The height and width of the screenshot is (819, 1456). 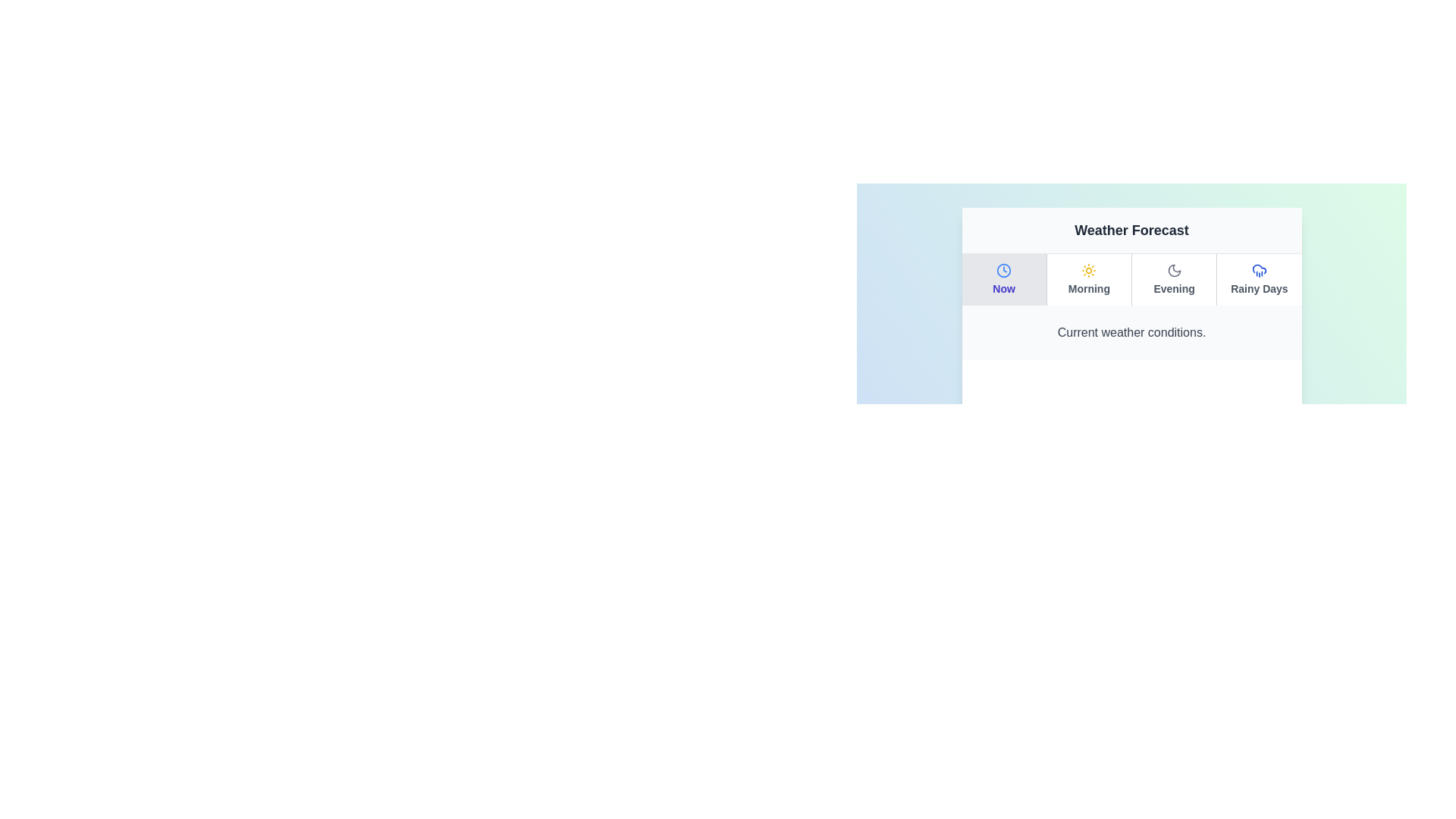 I want to click on the circular outline of the clock icon in the 'Now' section of the weather forecast interface, which is styled in blue, so click(x=1004, y=270).